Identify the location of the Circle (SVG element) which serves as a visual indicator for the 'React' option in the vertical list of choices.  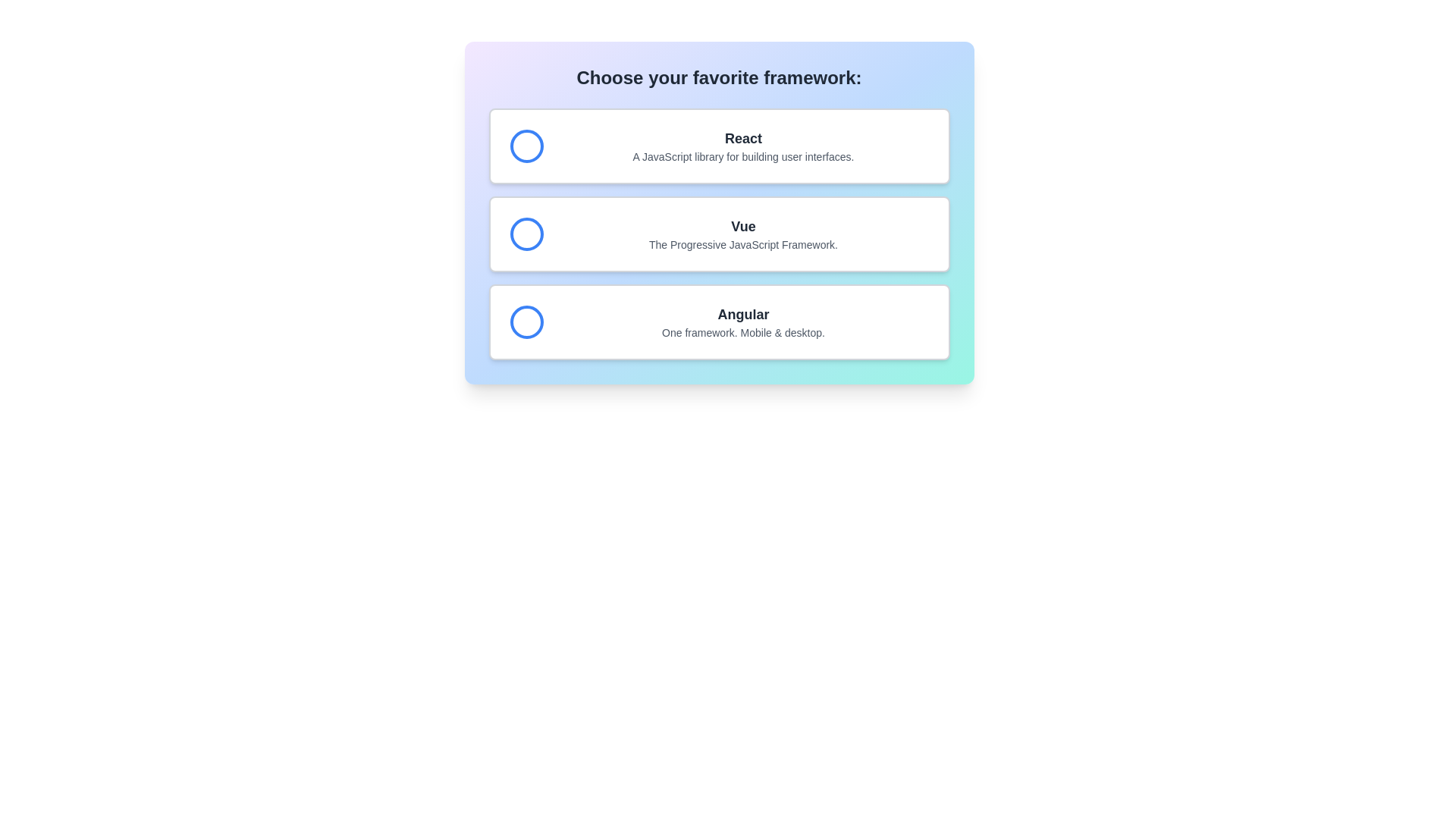
(526, 146).